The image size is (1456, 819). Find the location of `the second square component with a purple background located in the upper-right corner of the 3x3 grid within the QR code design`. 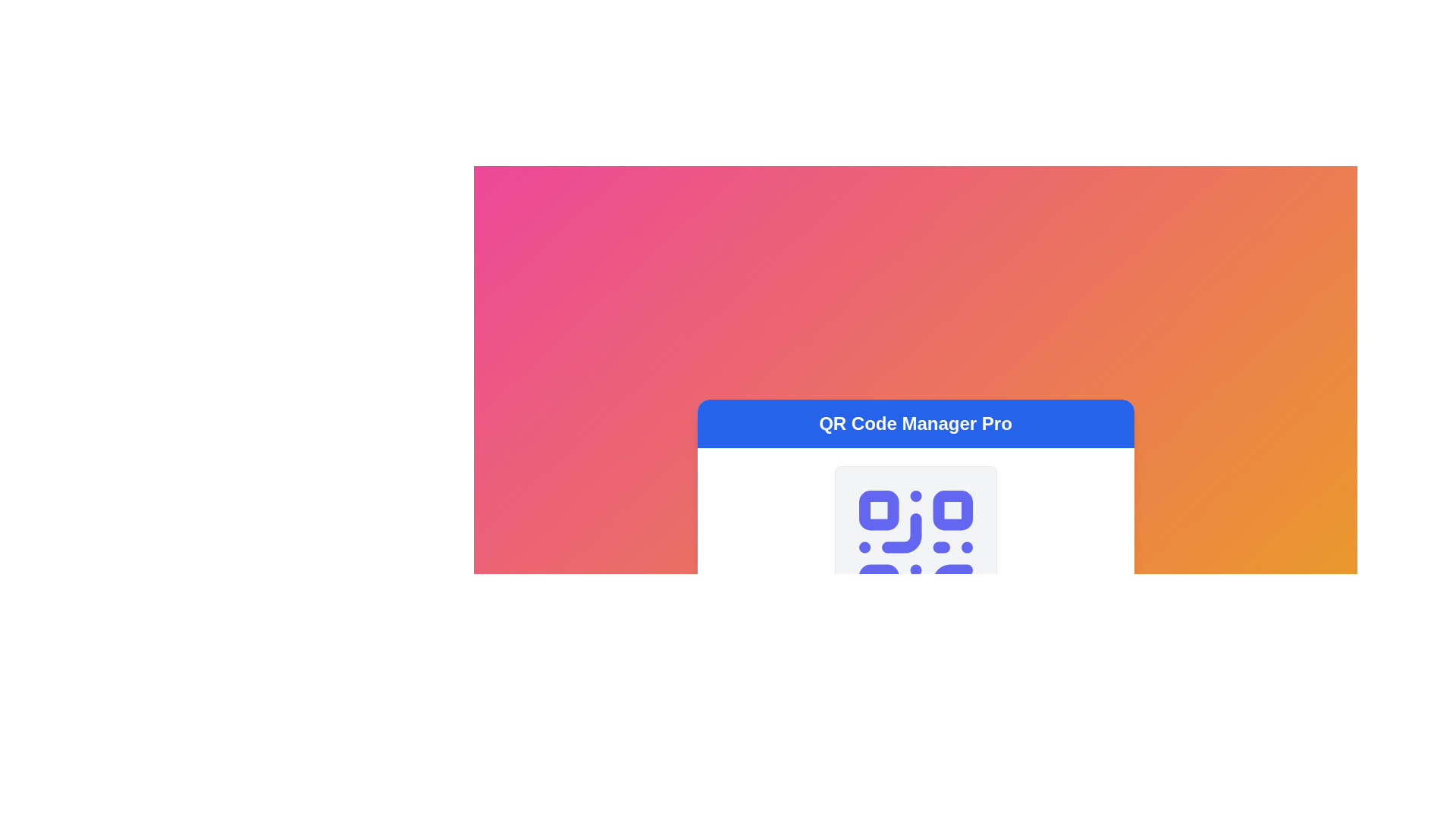

the second square component with a purple background located in the upper-right corner of the 3x3 grid within the QR code design is located at coordinates (952, 510).